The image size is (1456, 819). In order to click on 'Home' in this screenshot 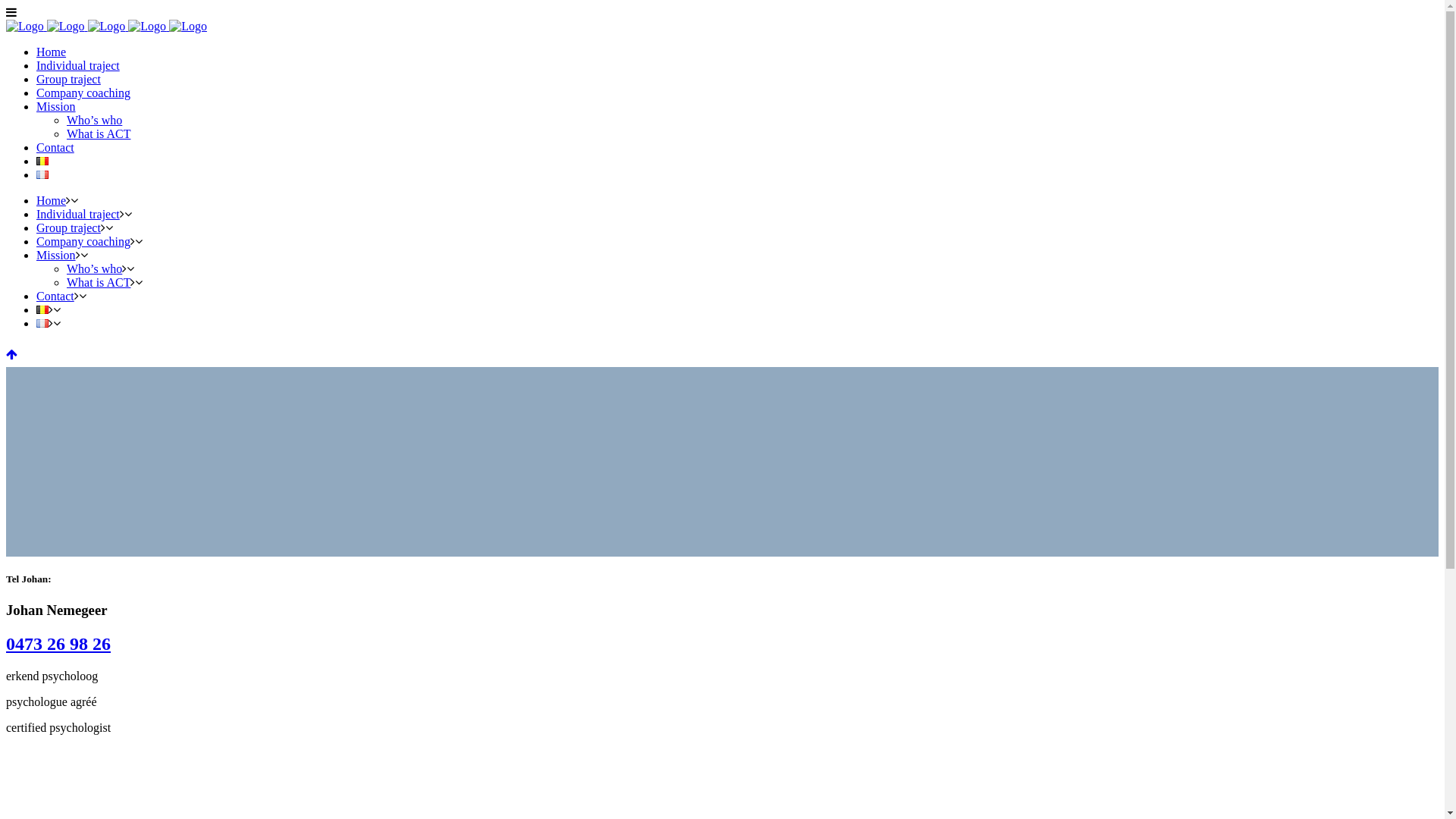, I will do `click(51, 199)`.